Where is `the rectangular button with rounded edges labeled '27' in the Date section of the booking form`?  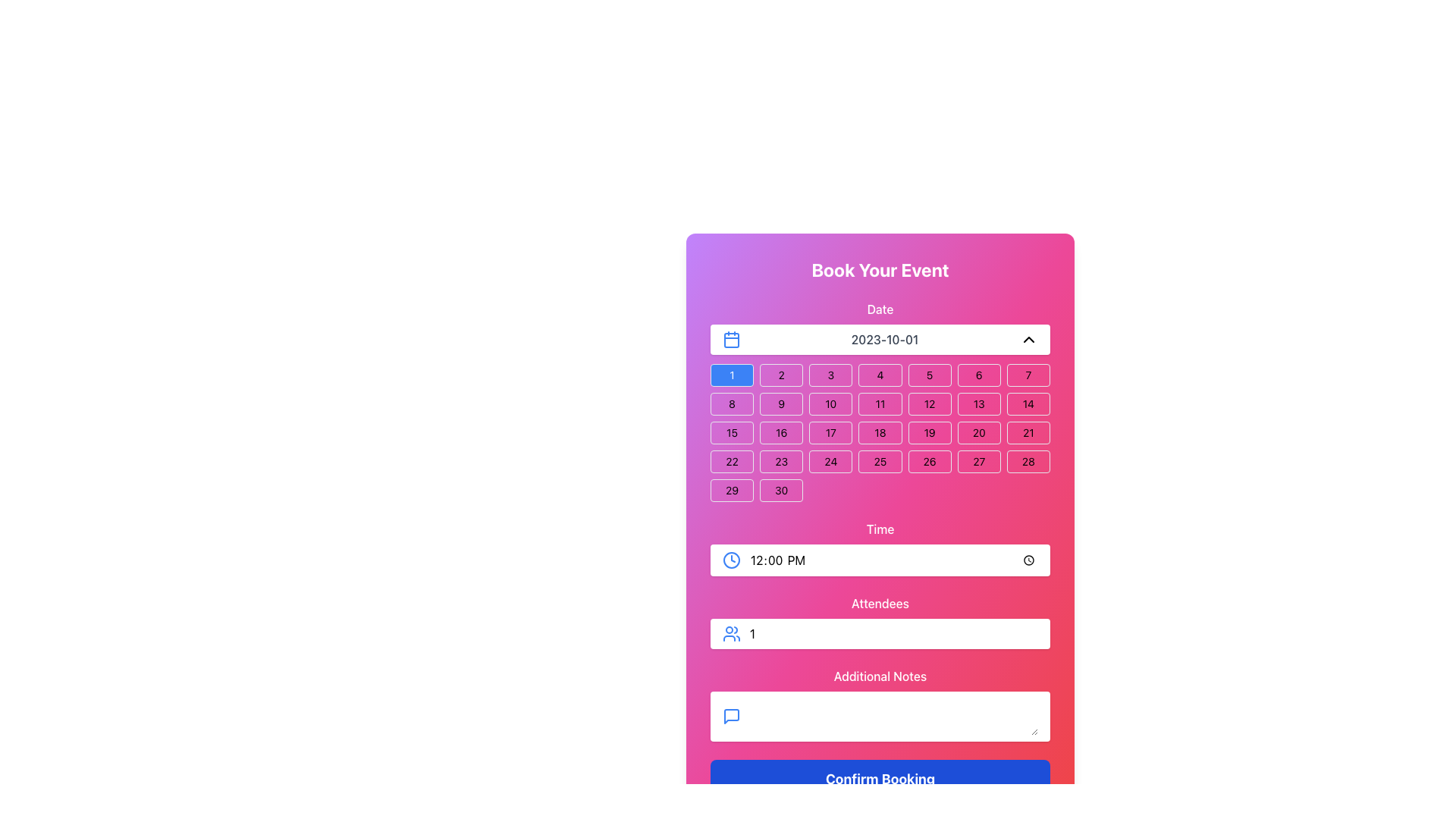
the rectangular button with rounded edges labeled '27' in the Date section of the booking form is located at coordinates (979, 461).